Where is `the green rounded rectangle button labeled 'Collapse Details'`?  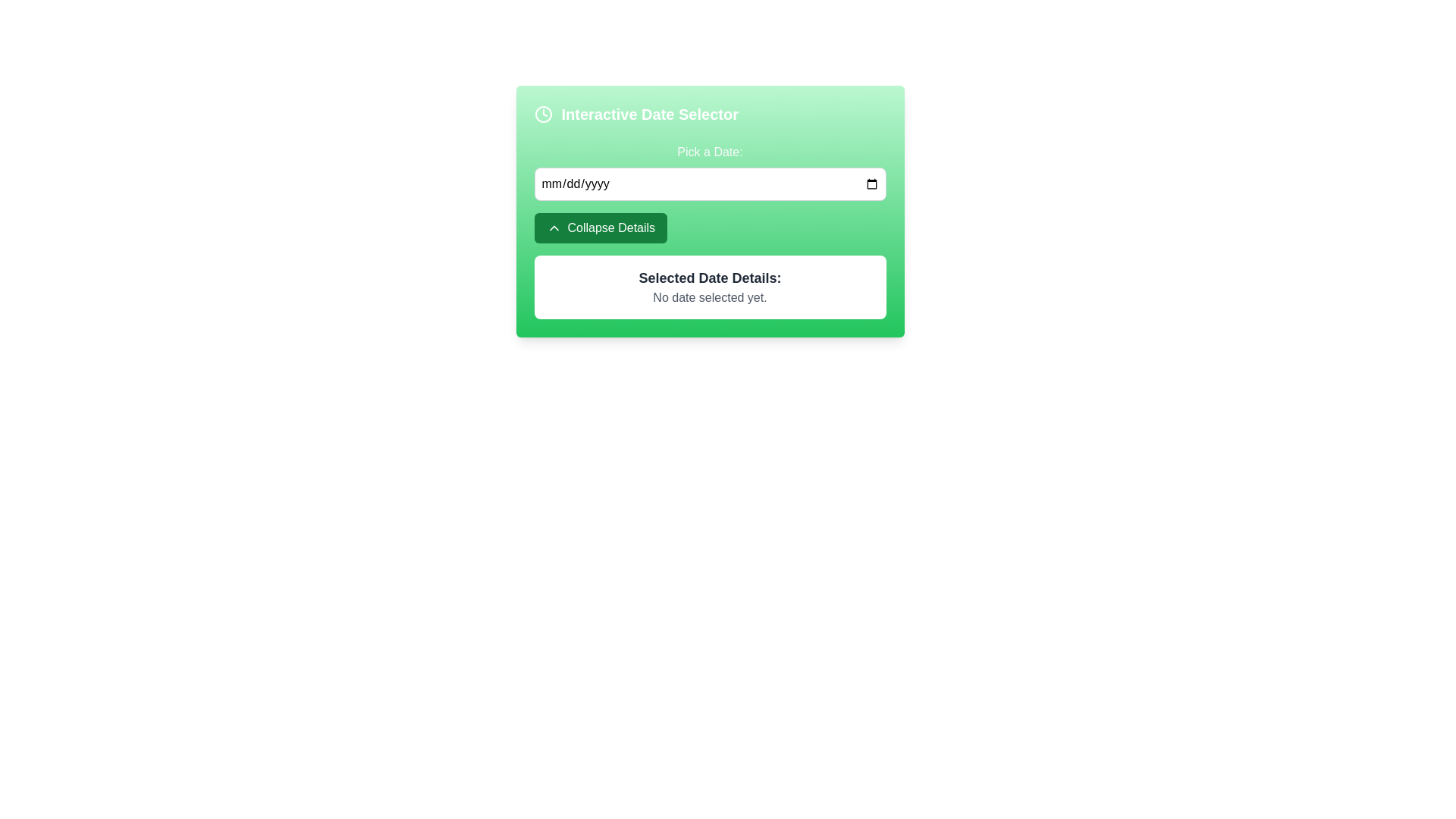 the green rounded rectangle button labeled 'Collapse Details' is located at coordinates (553, 227).